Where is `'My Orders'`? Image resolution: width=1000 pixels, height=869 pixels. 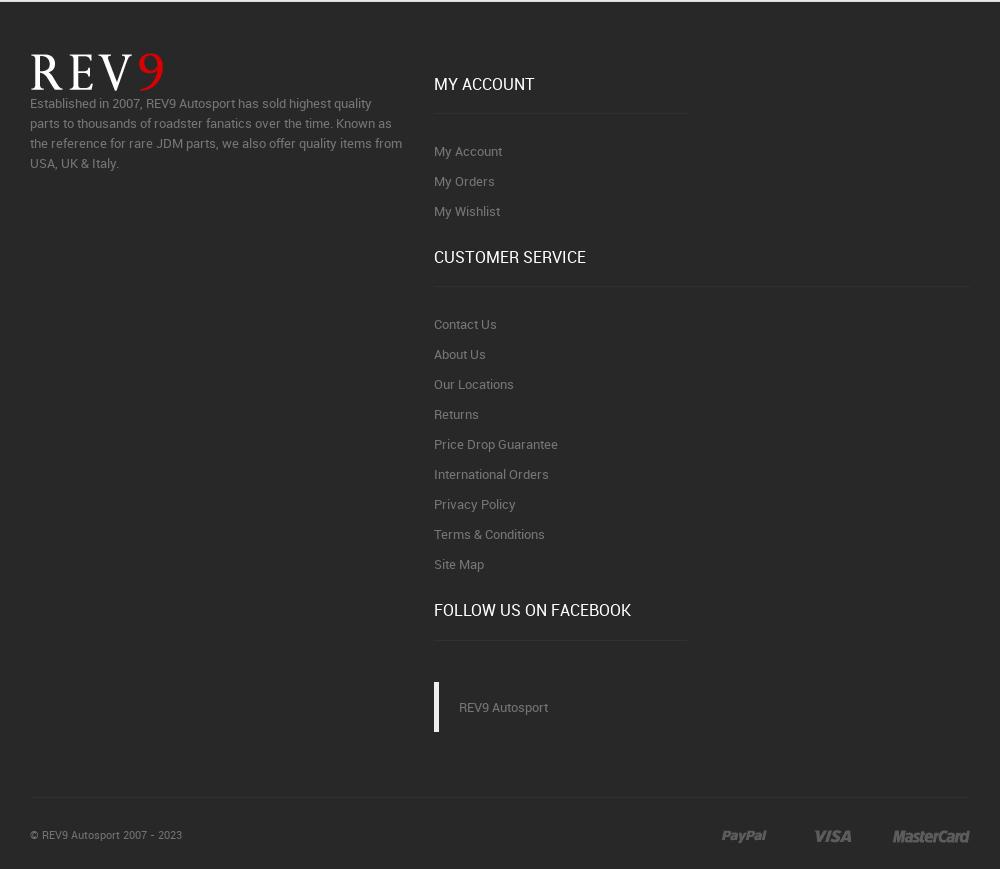 'My Orders' is located at coordinates (434, 178).